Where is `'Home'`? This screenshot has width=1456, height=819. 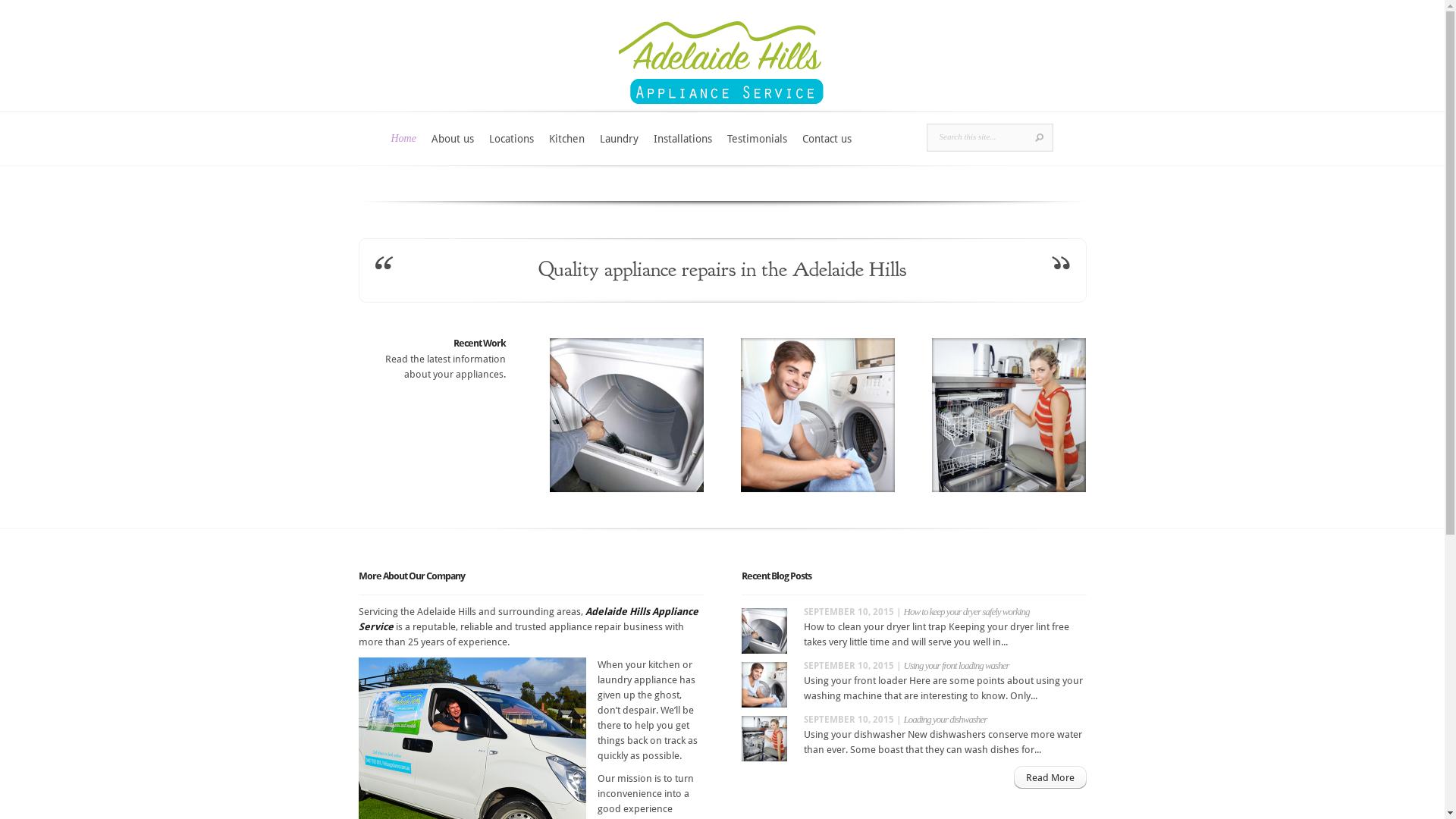 'Home' is located at coordinates (403, 148).